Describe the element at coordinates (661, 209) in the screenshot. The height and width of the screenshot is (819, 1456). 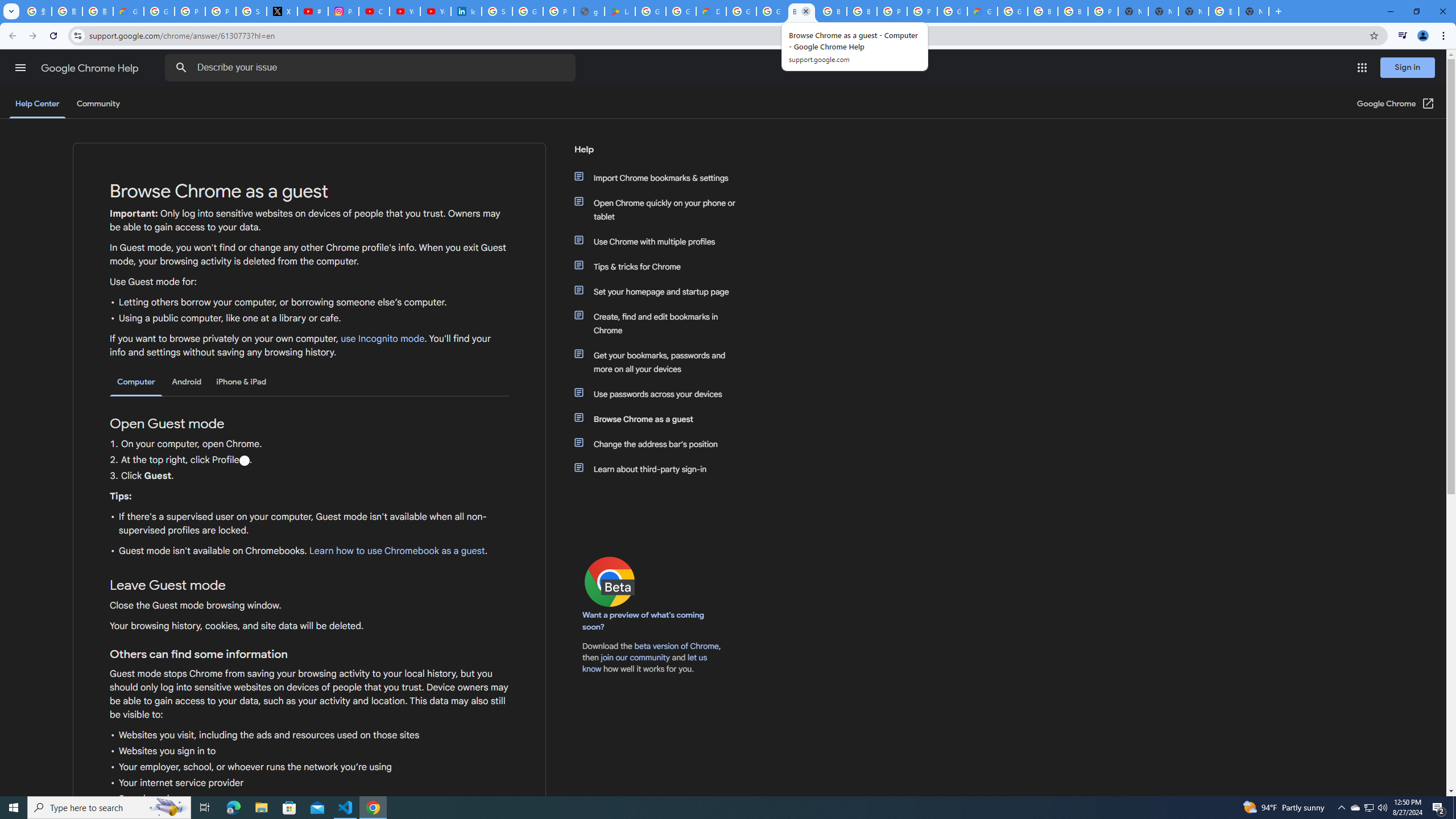
I see `'Open Chrome quickly on your phone or tablet'` at that location.